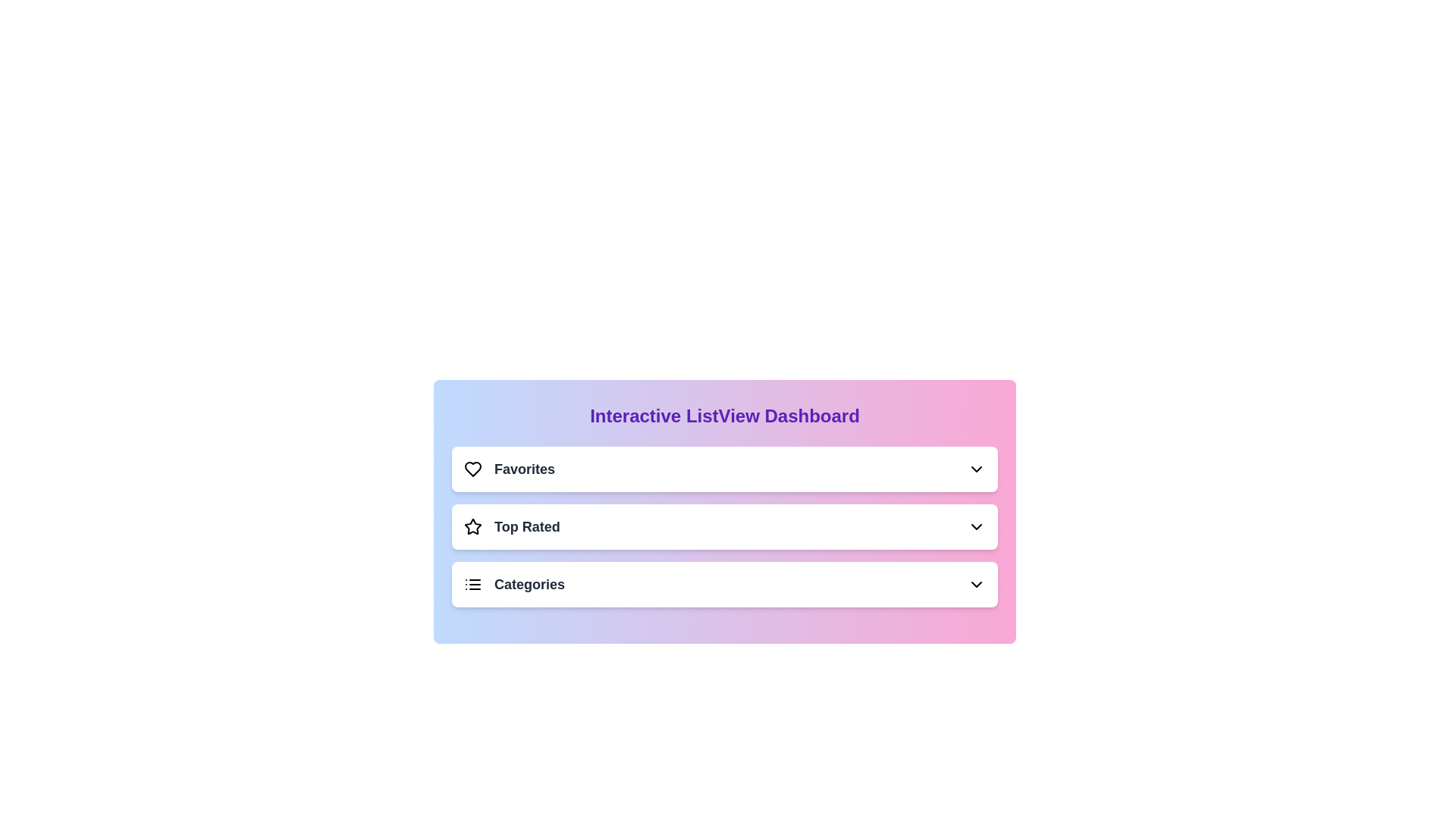 Image resolution: width=1456 pixels, height=819 pixels. I want to click on the heading text 'Interactive ListView Dashboard', so click(723, 416).